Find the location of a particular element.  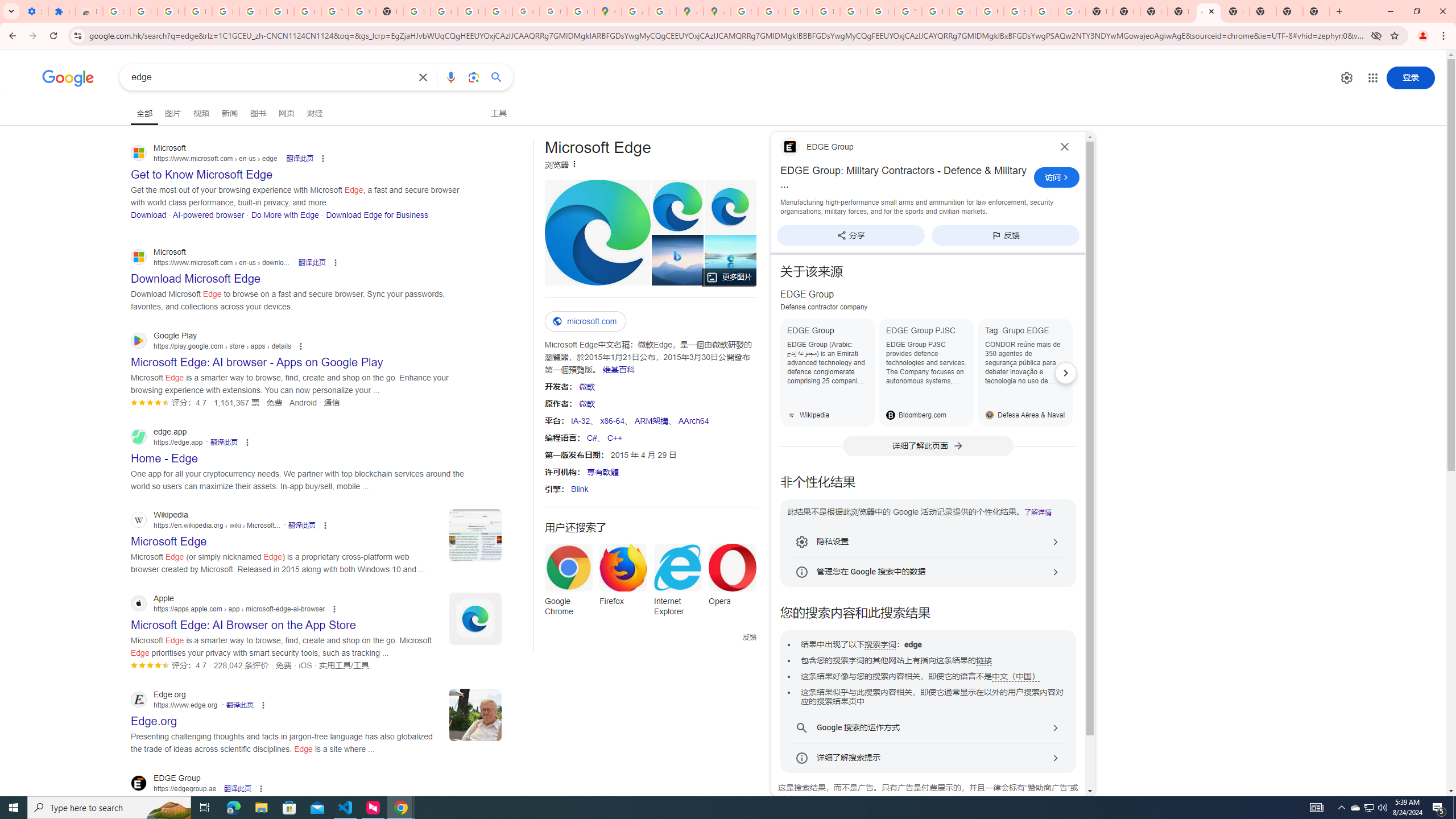

'EDGE Group PJSC' is located at coordinates (926, 372).